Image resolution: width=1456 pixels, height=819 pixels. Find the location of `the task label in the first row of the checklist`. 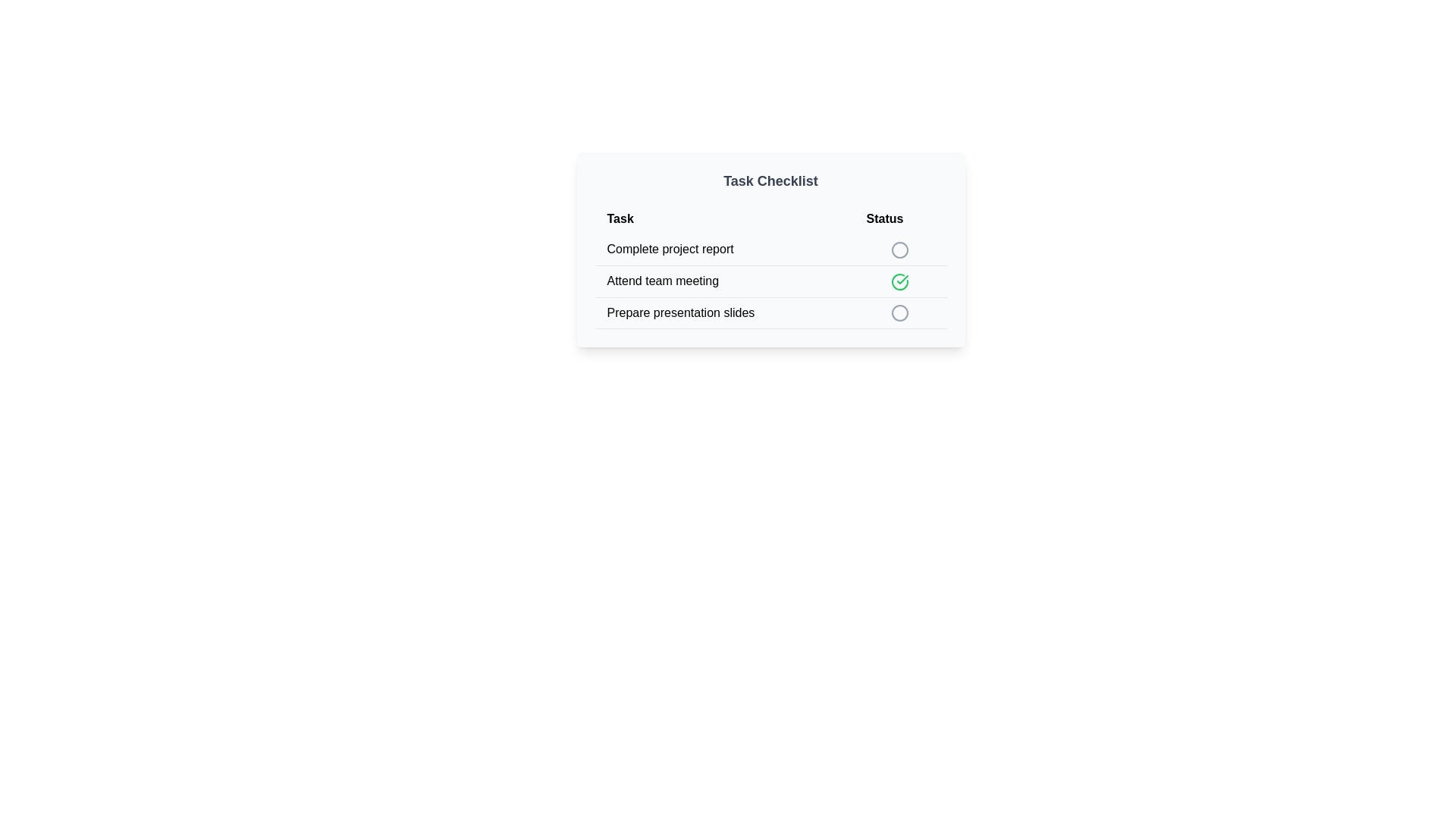

the task label in the first row of the checklist is located at coordinates (723, 249).